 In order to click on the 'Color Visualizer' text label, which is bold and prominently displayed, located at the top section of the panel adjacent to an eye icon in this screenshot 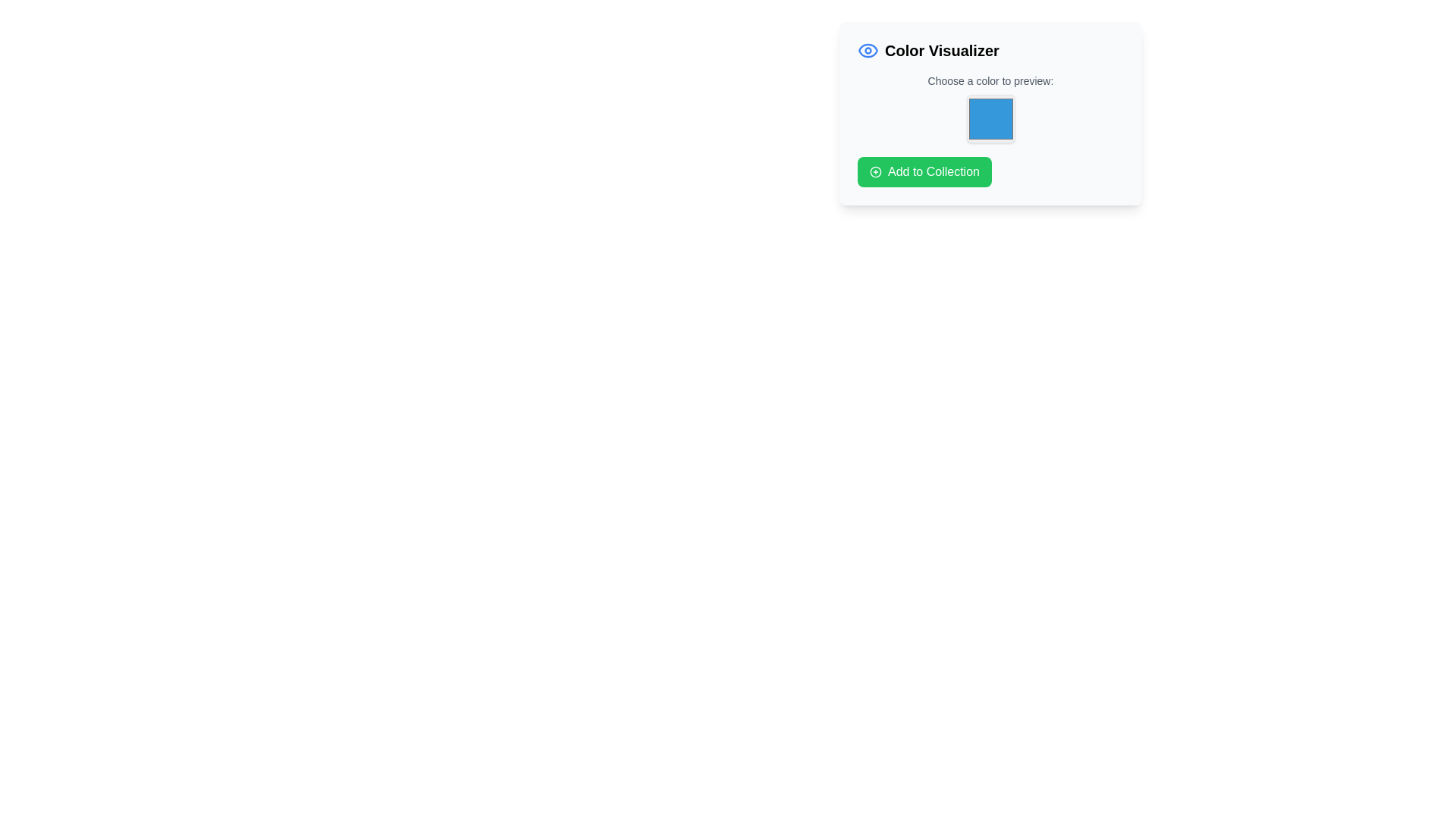, I will do `click(941, 49)`.